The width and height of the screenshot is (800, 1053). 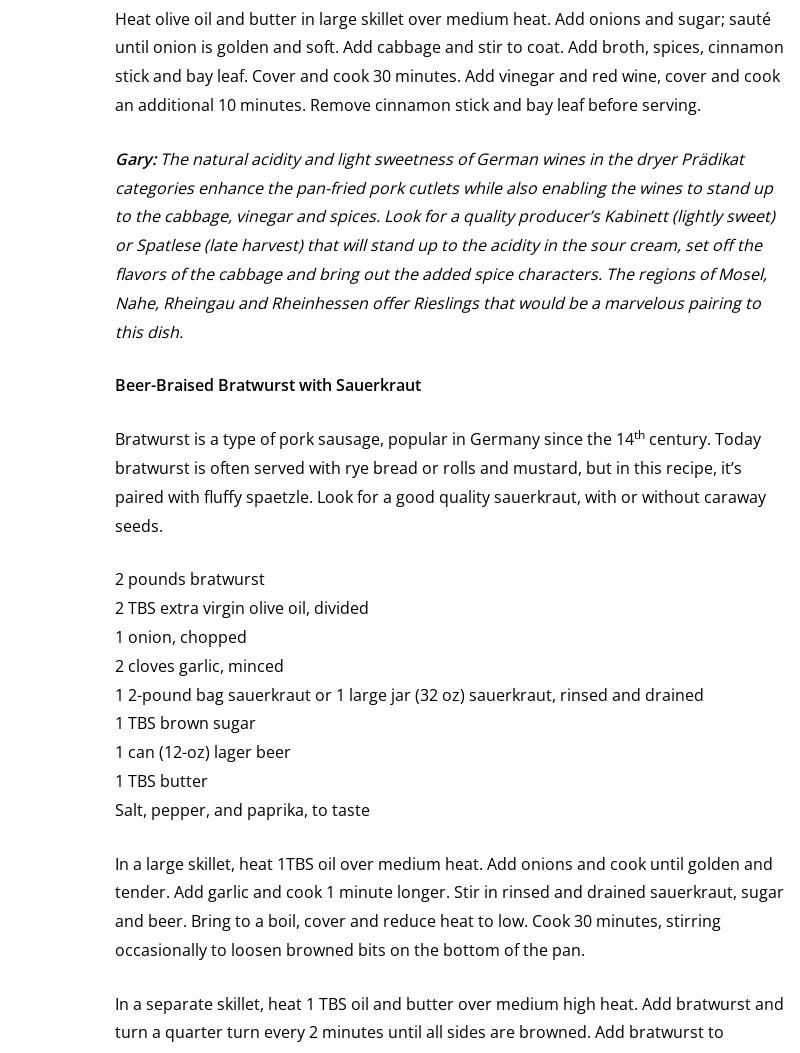 What do you see at coordinates (638, 433) in the screenshot?
I see `'th'` at bounding box center [638, 433].